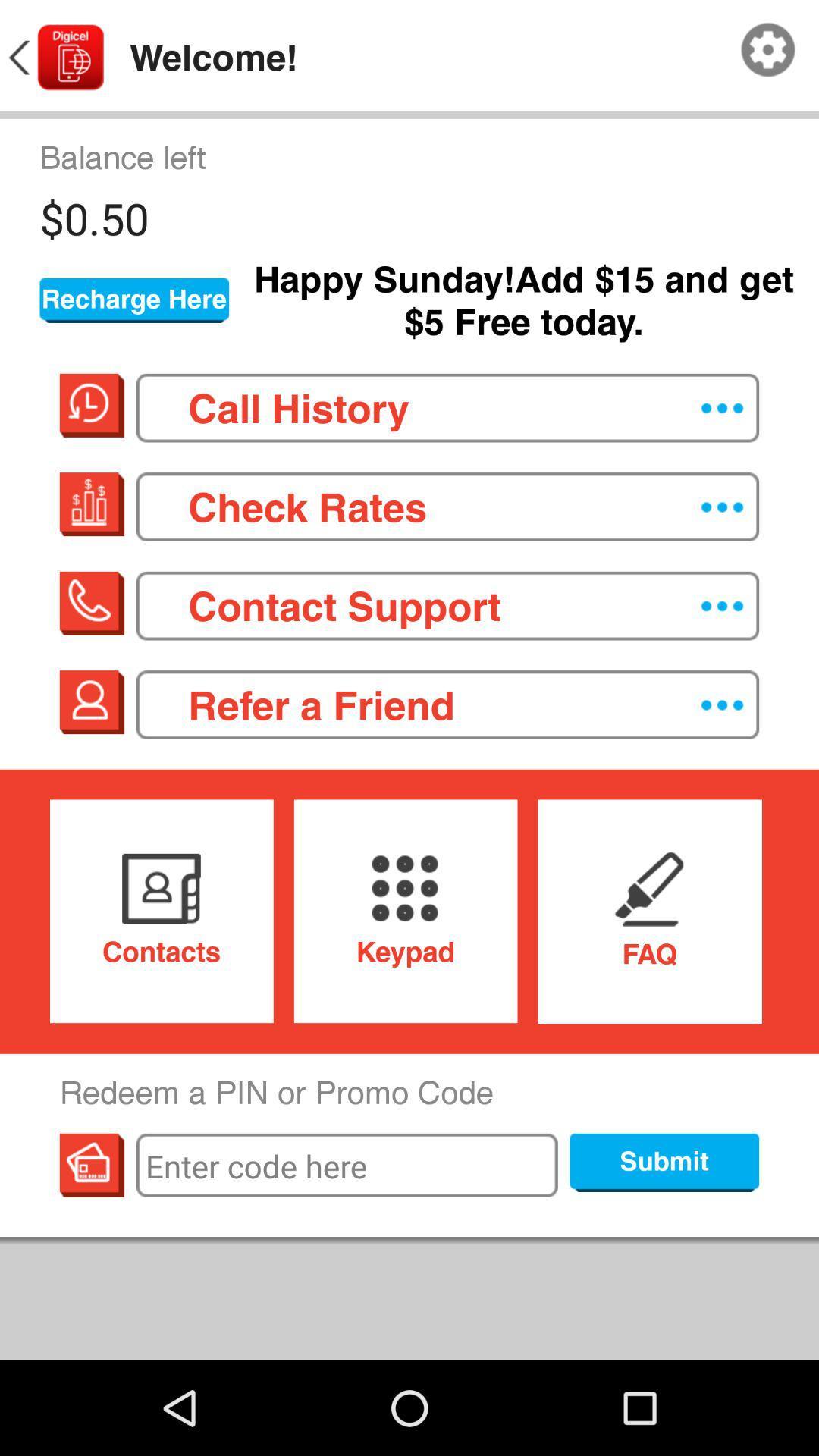 The image size is (819, 1456). What do you see at coordinates (447, 507) in the screenshot?
I see `the check rates` at bounding box center [447, 507].